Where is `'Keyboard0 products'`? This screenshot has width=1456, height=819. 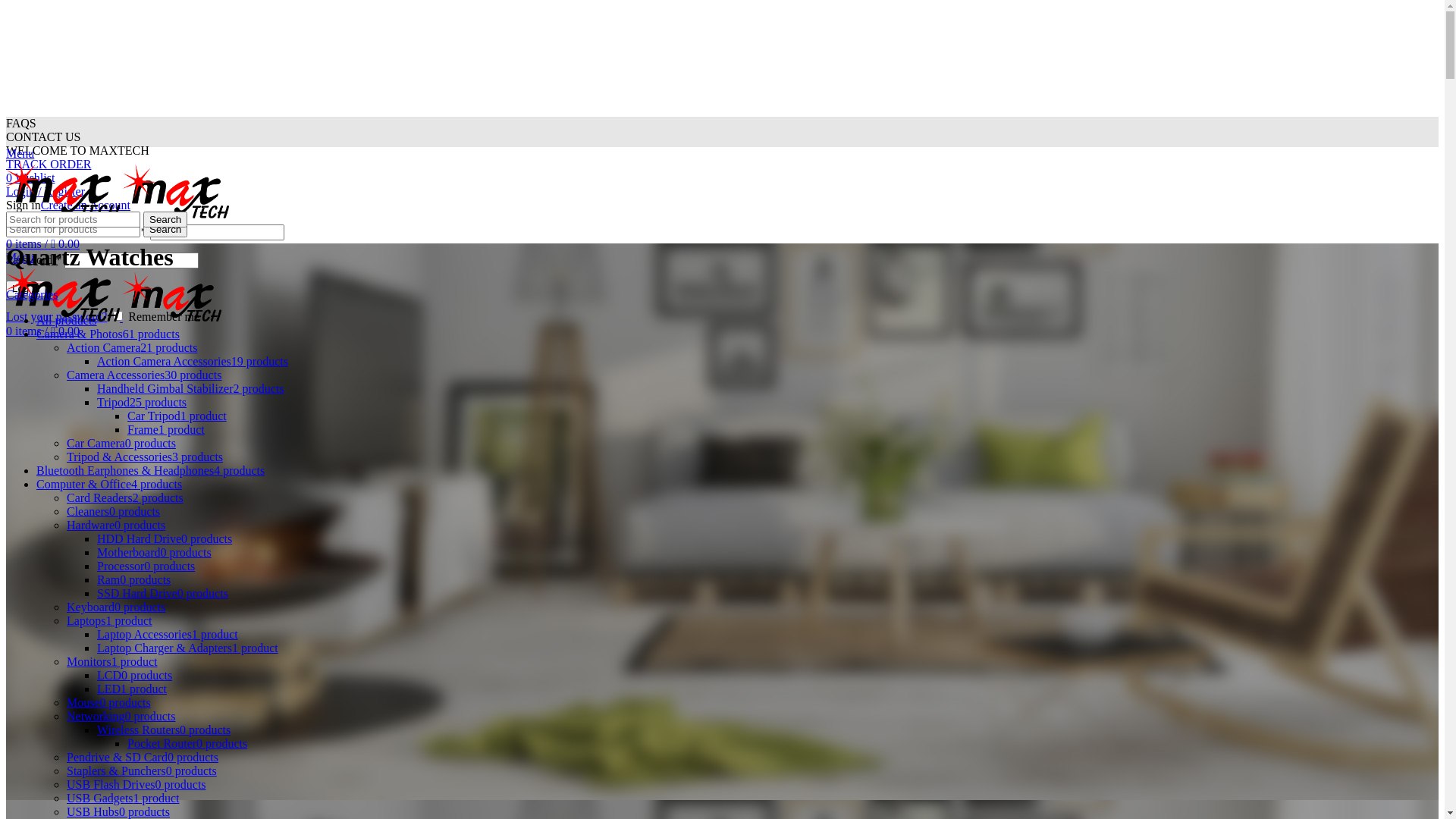 'Keyboard0 products' is located at coordinates (115, 606).